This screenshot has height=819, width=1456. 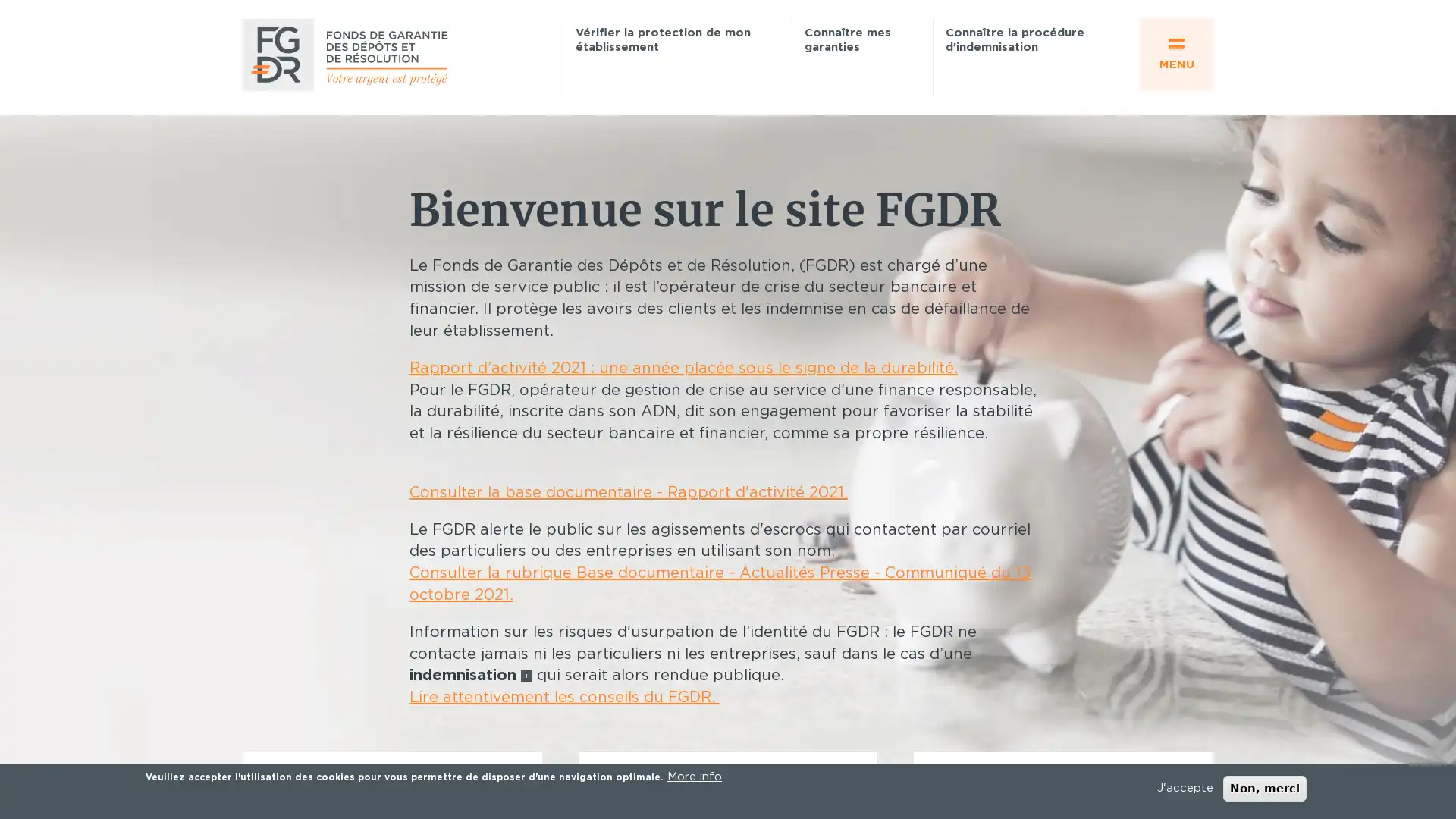 I want to click on Non, merci, so click(x=1264, y=788).